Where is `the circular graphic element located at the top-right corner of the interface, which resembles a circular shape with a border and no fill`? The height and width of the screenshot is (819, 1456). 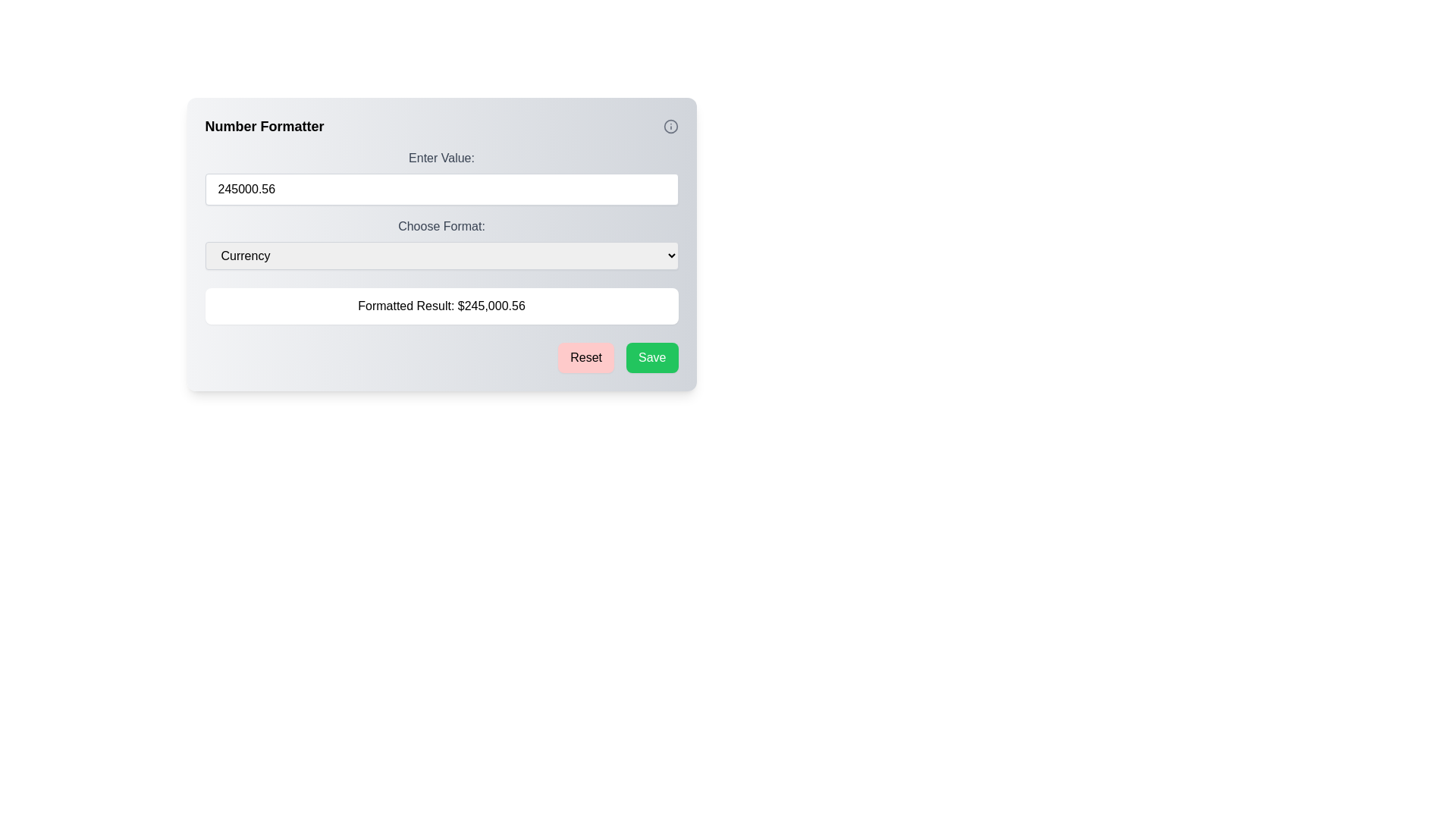
the circular graphic element located at the top-right corner of the interface, which resembles a circular shape with a border and no fill is located at coordinates (670, 125).